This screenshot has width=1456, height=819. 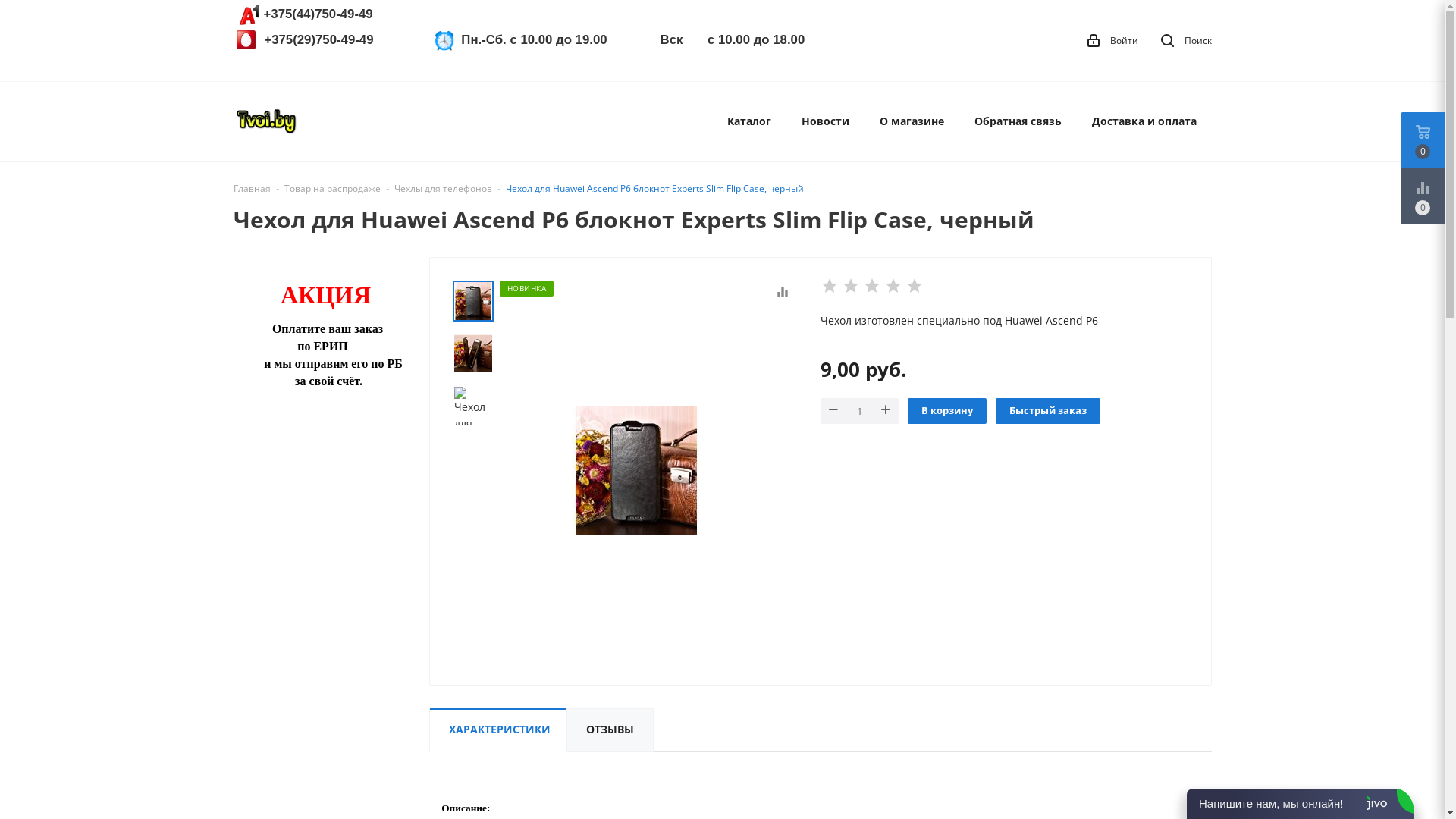 What do you see at coordinates (266, 120) in the screenshot?
I see `'Tvoi.by'` at bounding box center [266, 120].